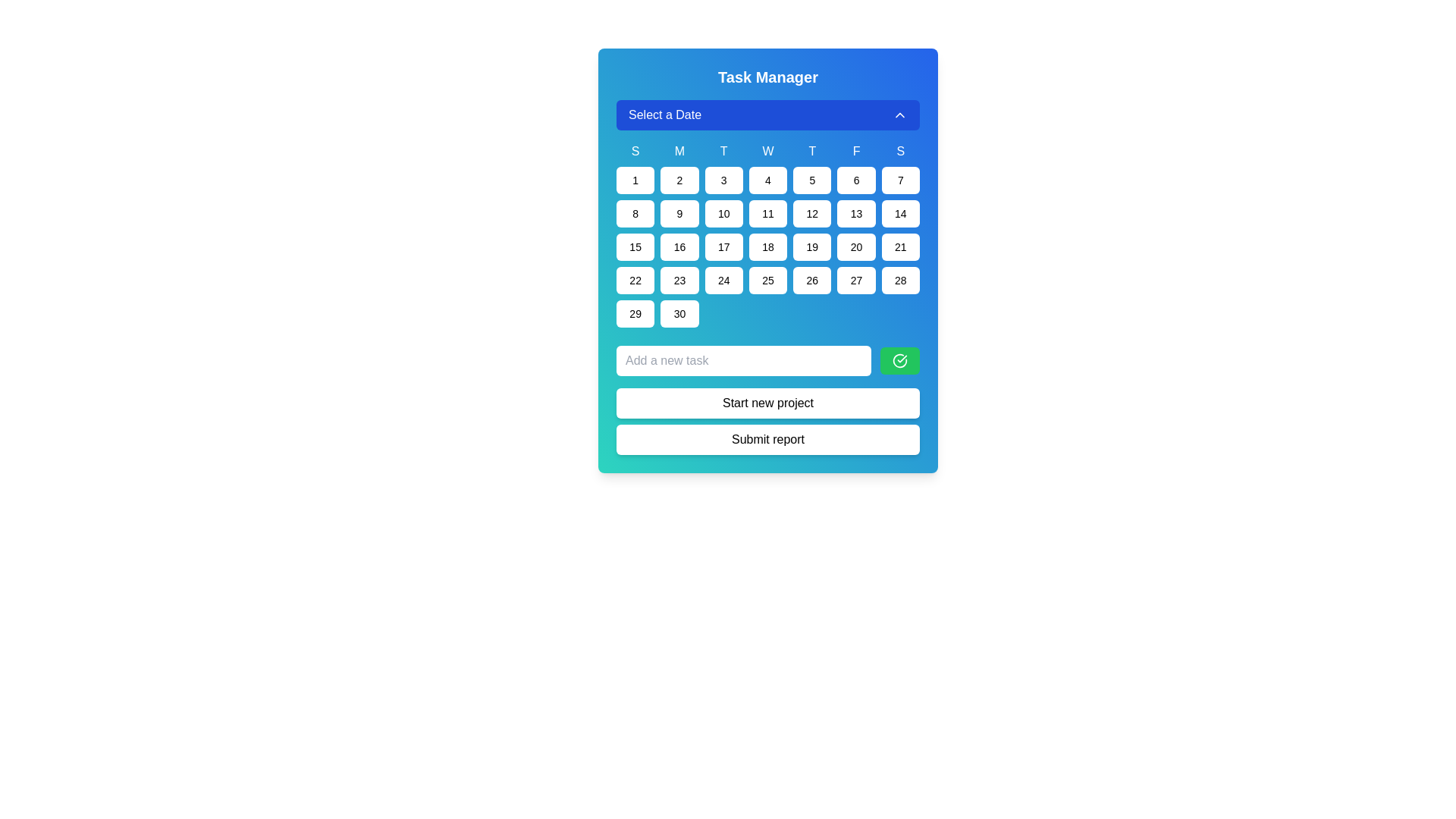  Describe the element at coordinates (679, 180) in the screenshot. I see `the button labeled '2', which is a rounded rectangle with a light background and dark text` at that location.